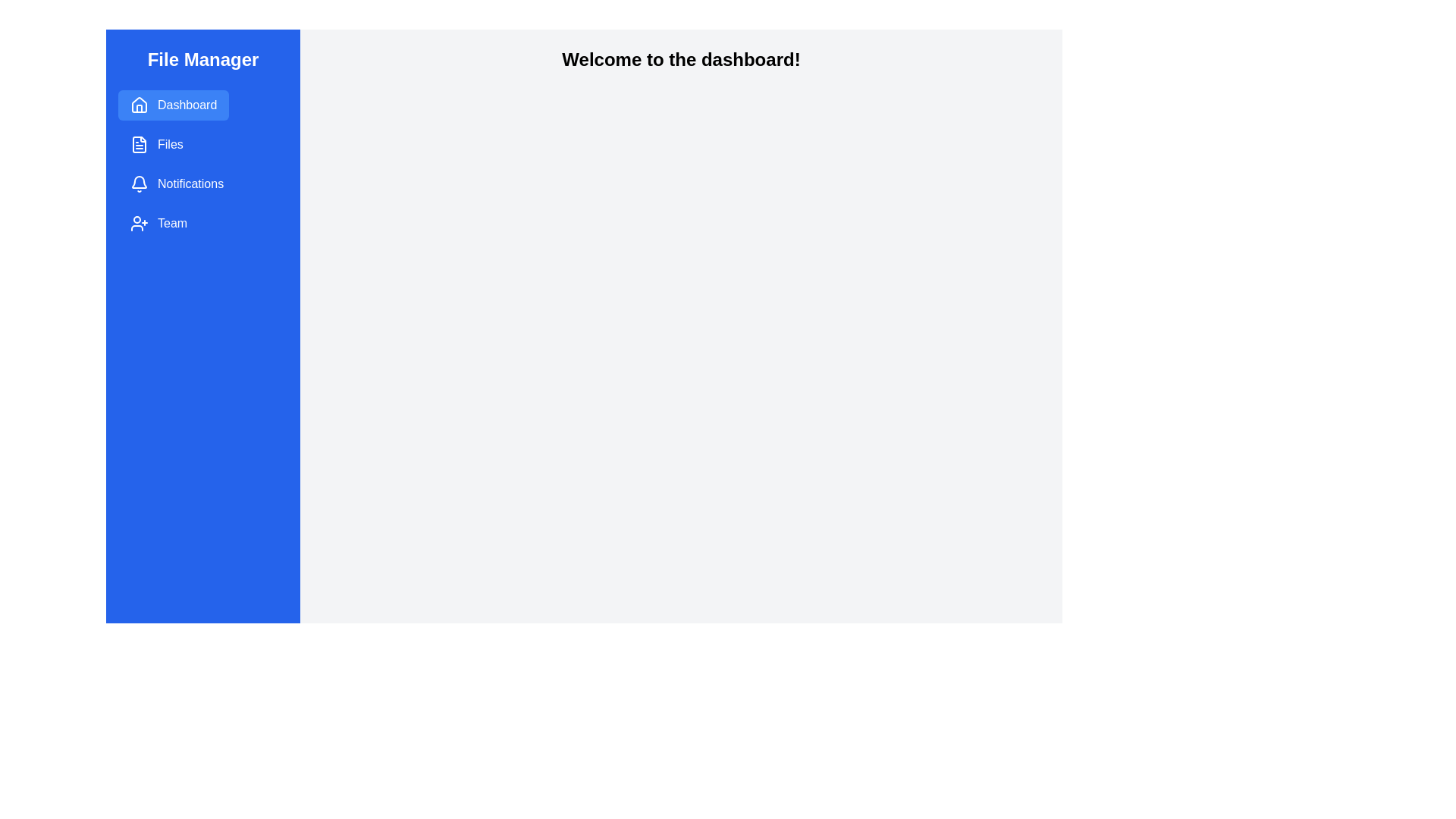 Image resolution: width=1456 pixels, height=819 pixels. Describe the element at coordinates (174, 104) in the screenshot. I see `the 'Dashboard' button, which is a rectangular button with a blue background and white text, located at the top of the vertical navigation menu in the sidebar` at that location.